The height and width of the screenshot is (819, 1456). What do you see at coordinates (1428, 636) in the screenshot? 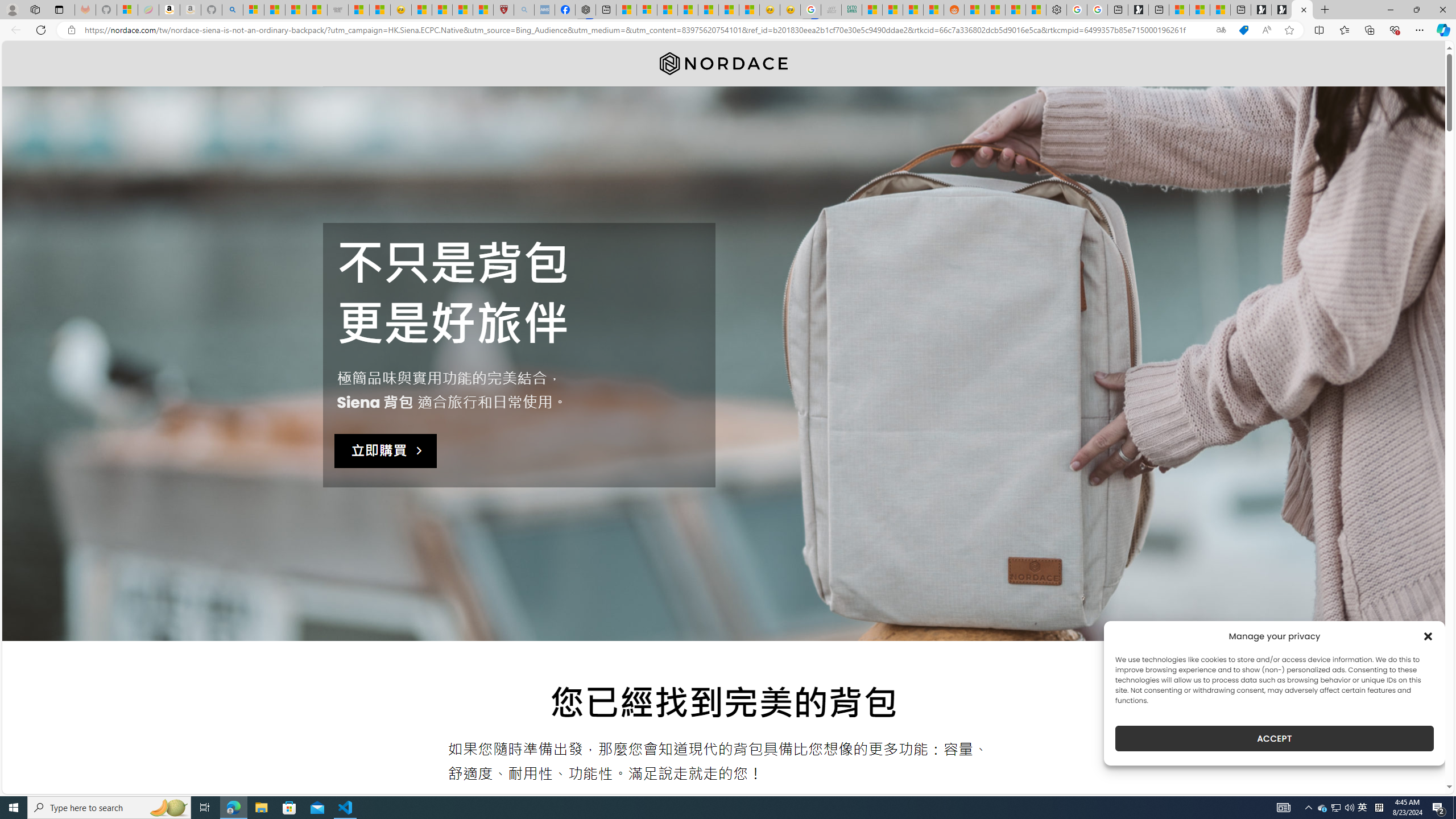
I see `'Class: cmplz-close'` at bounding box center [1428, 636].